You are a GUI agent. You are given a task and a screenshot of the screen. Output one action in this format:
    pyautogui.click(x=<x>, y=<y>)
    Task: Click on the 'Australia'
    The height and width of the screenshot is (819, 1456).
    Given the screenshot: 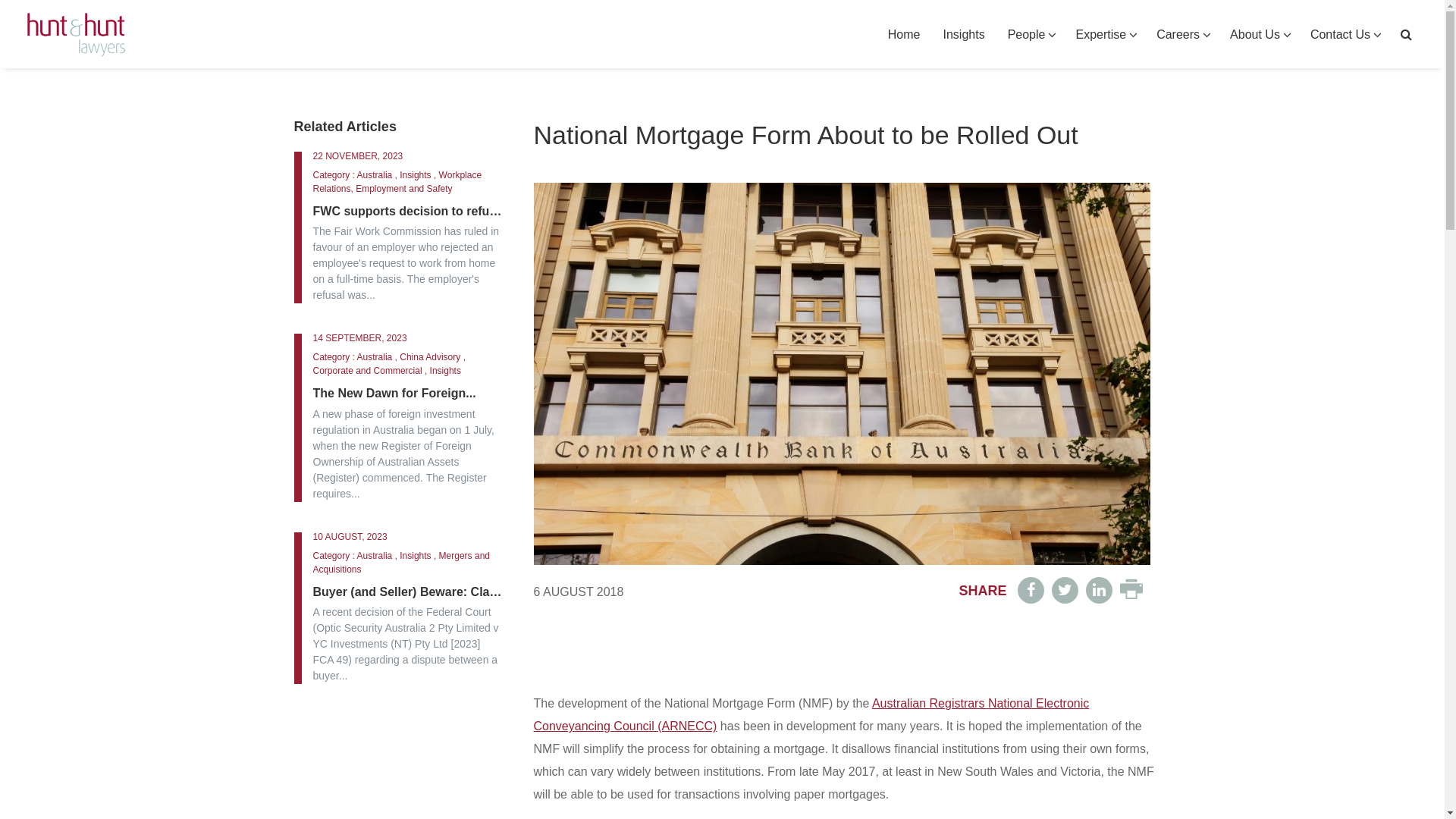 What is the action you would take?
    pyautogui.click(x=375, y=174)
    